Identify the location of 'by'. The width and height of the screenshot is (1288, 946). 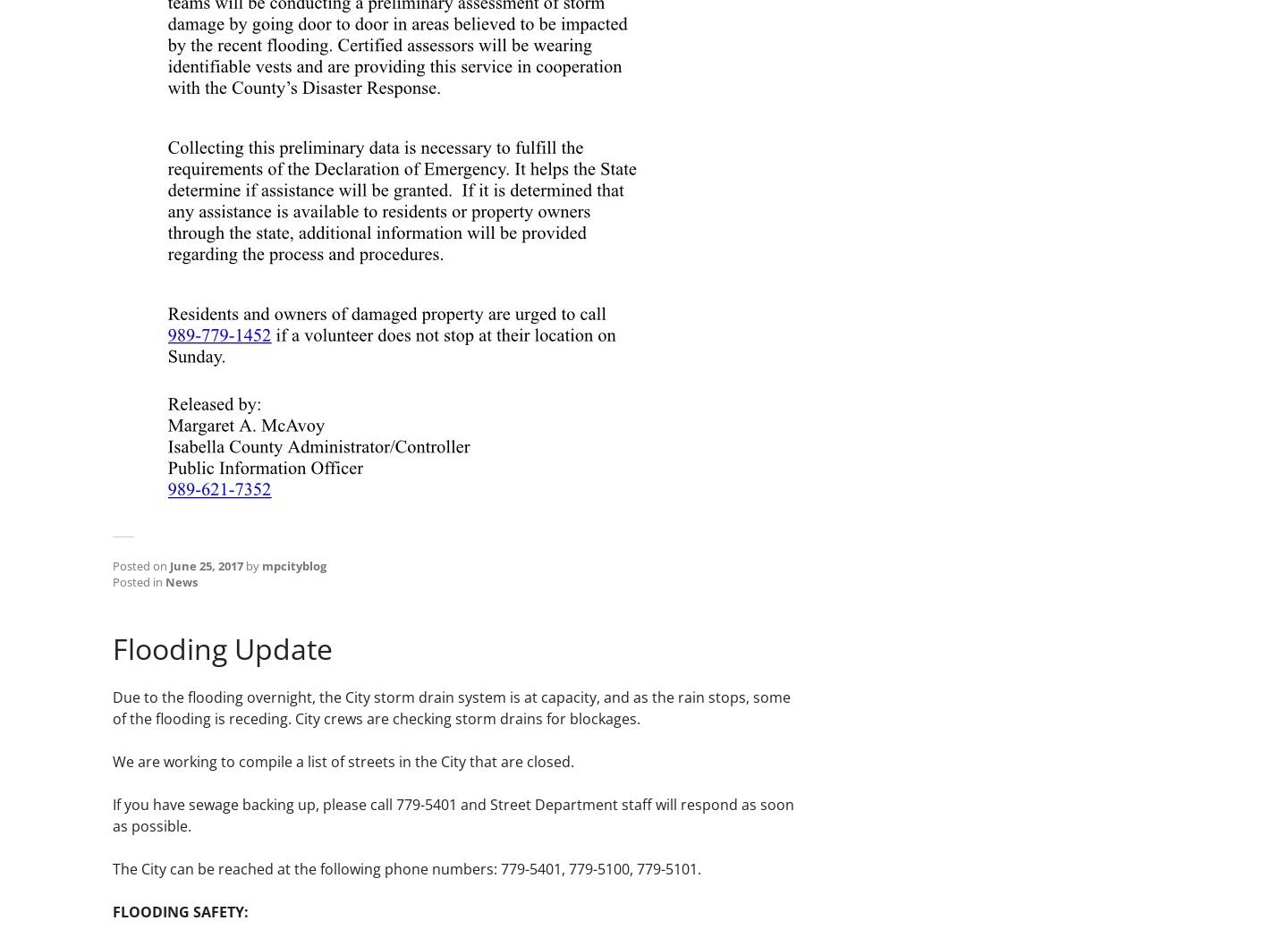
(251, 565).